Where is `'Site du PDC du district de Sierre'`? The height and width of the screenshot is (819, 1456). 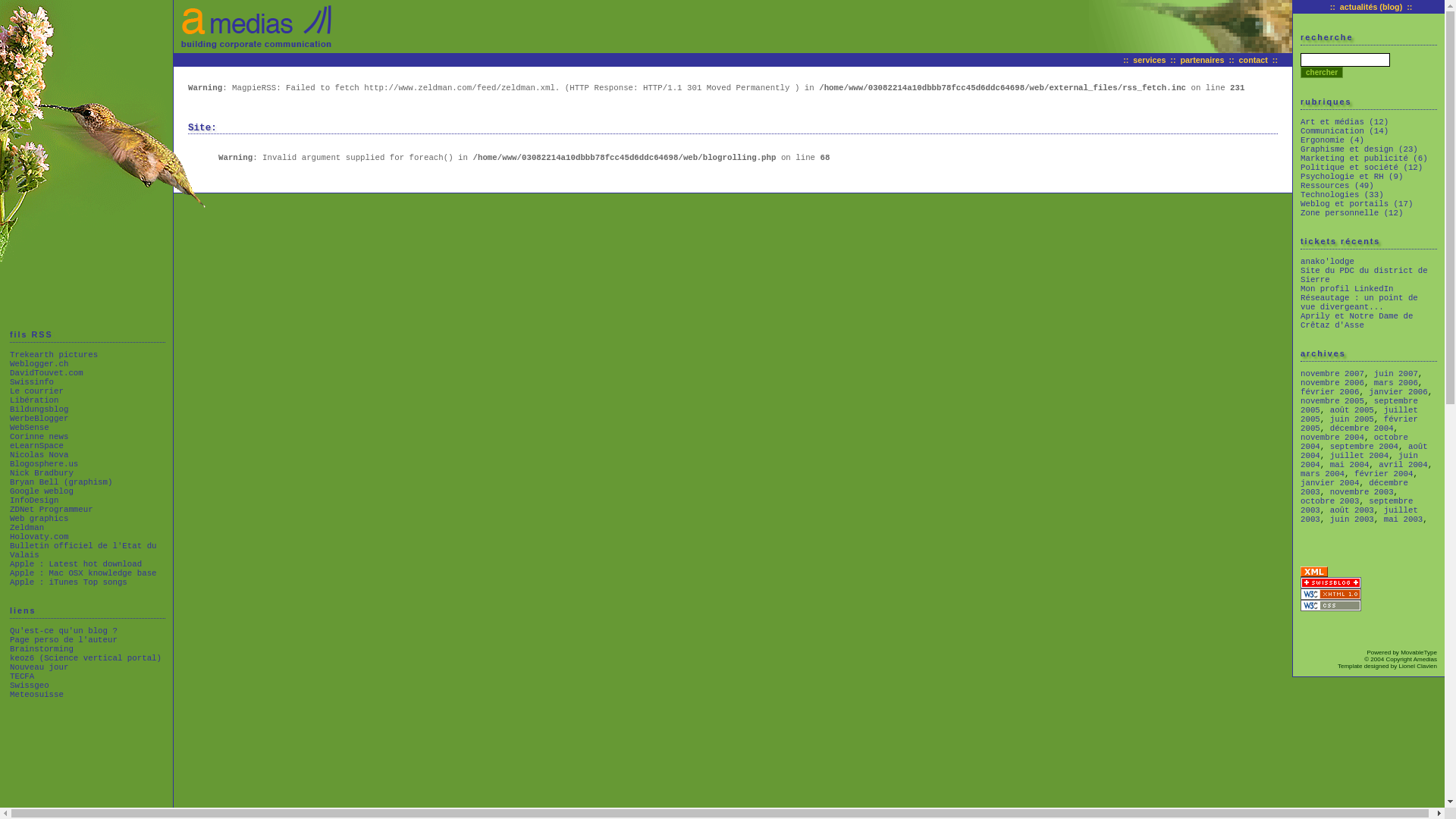 'Site du PDC du district de Sierre' is located at coordinates (1364, 275).